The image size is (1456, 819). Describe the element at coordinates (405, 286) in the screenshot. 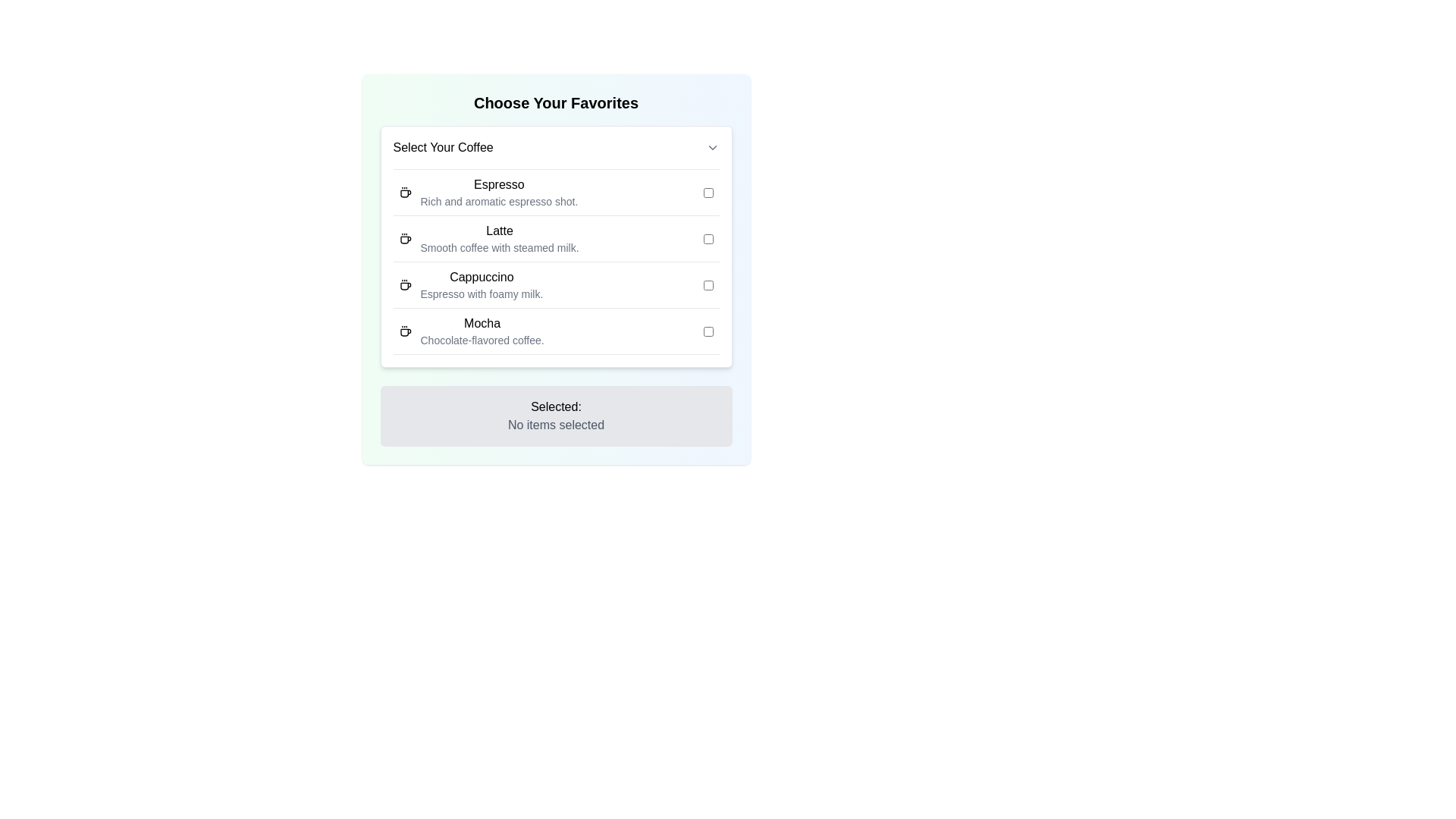

I see `the coffee cup icon within the SVG group that represents the Cappuccino option in the coffee selection interface` at that location.